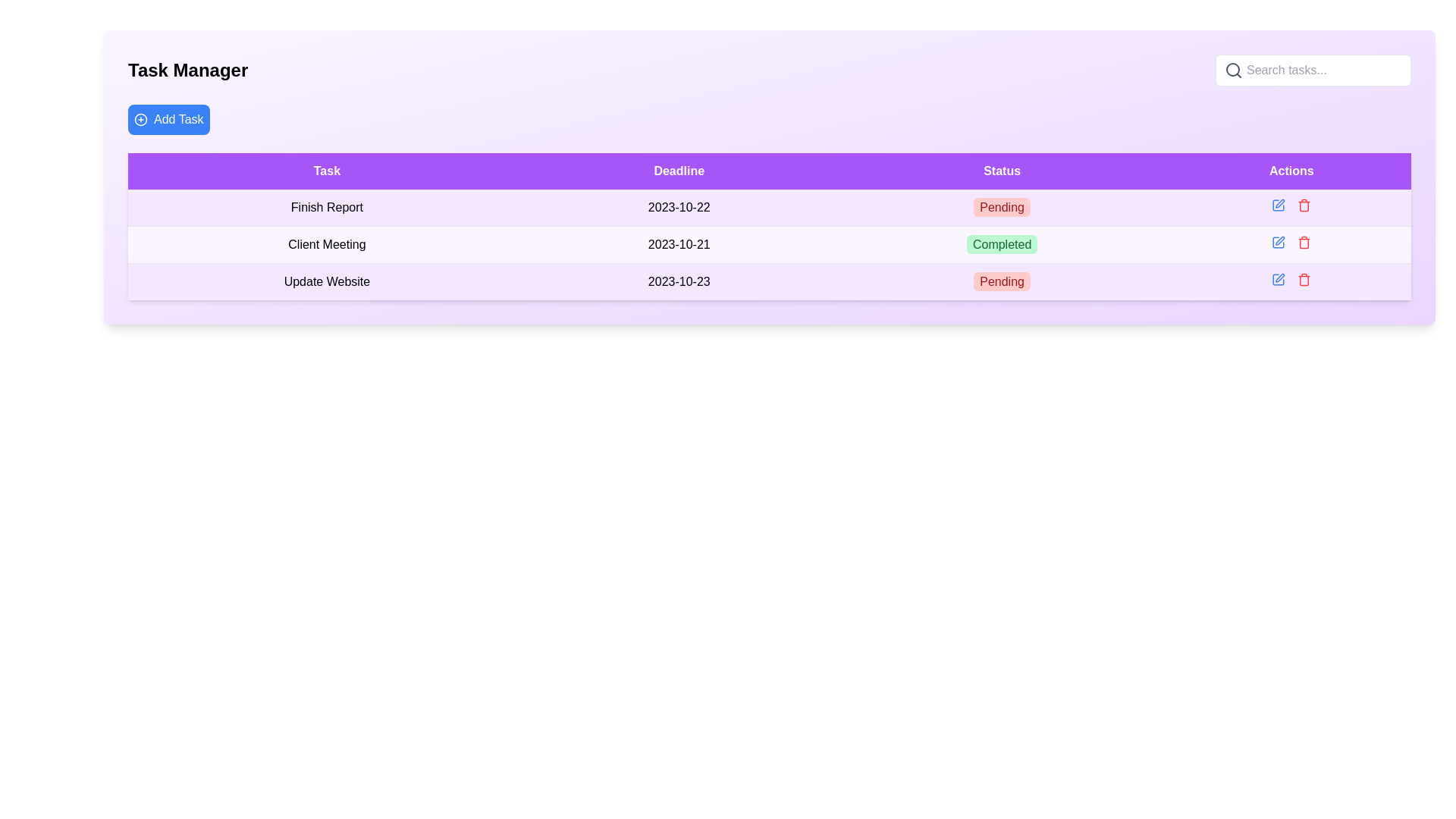 Image resolution: width=1456 pixels, height=819 pixels. What do you see at coordinates (1291, 171) in the screenshot?
I see `the Header Label with the word 'Actions', which has a violet background and white text, located at the top-right corner of the table layout` at bounding box center [1291, 171].